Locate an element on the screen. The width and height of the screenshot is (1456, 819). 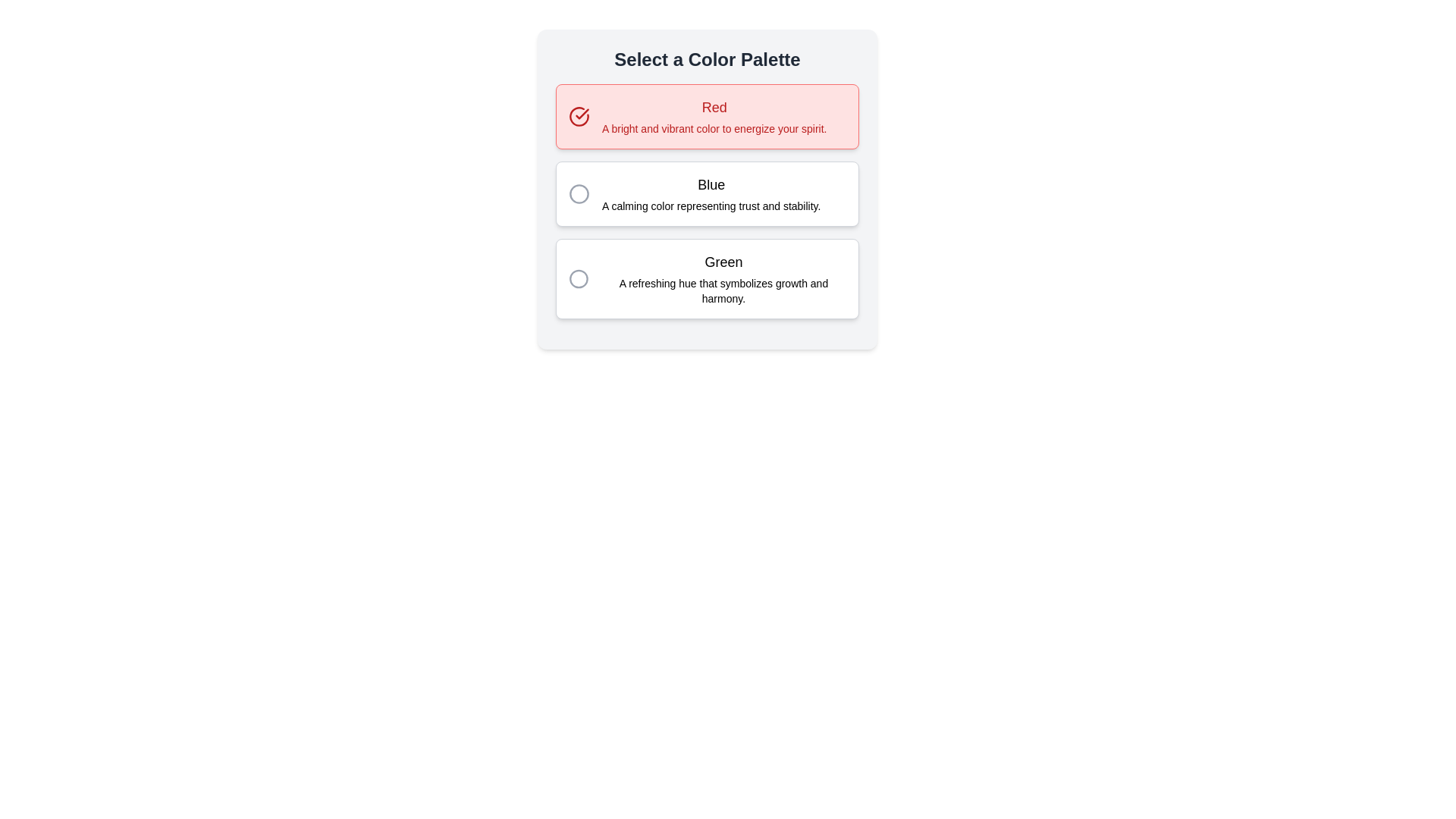
text label indicating the color option 'Blue' in the 'Select a Color Palette' menu, which is located at the center of the interface is located at coordinates (711, 184).